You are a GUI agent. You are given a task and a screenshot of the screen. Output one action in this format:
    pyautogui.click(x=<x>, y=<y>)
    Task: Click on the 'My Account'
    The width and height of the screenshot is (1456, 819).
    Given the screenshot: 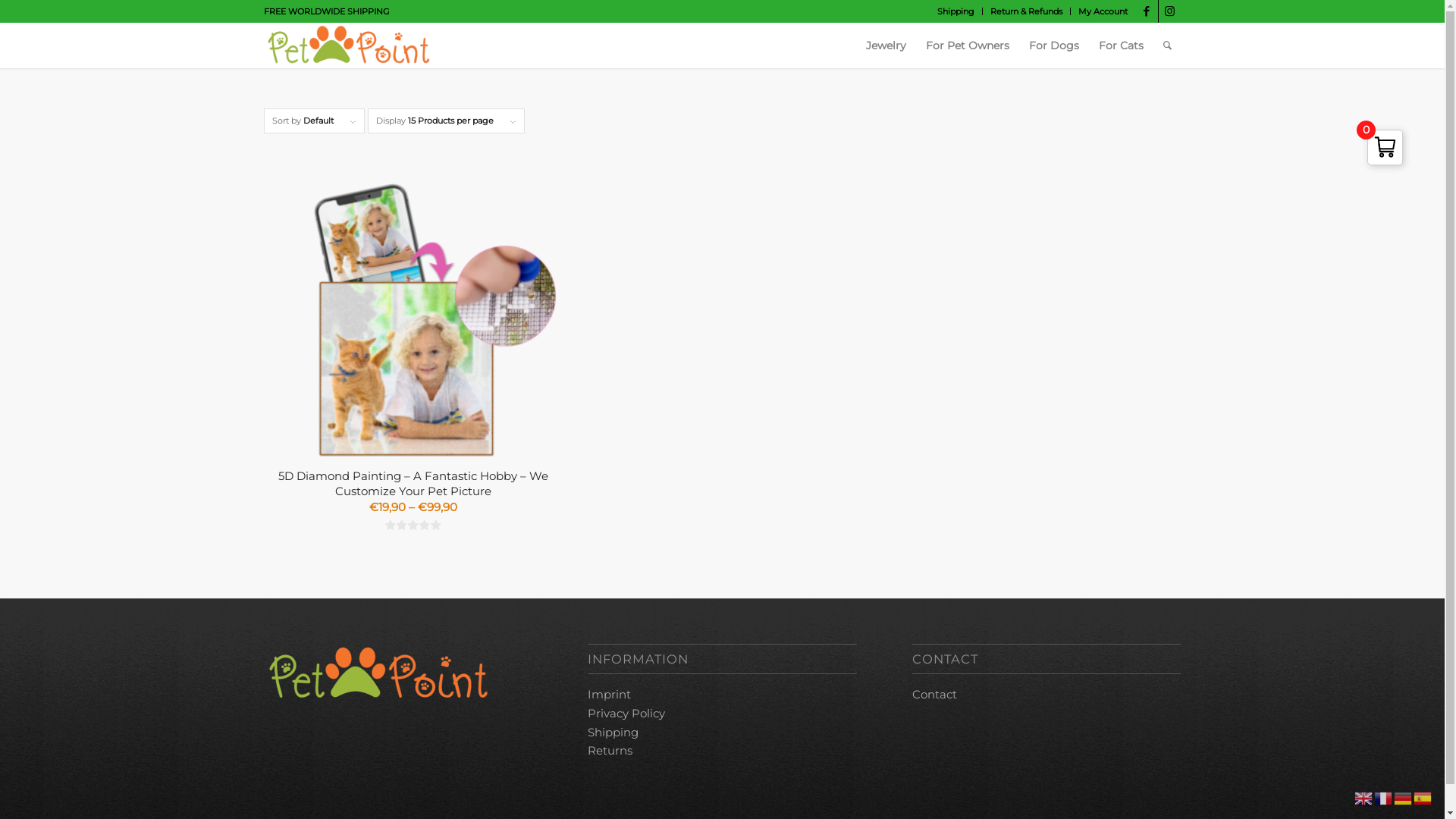 What is the action you would take?
    pyautogui.click(x=1103, y=11)
    